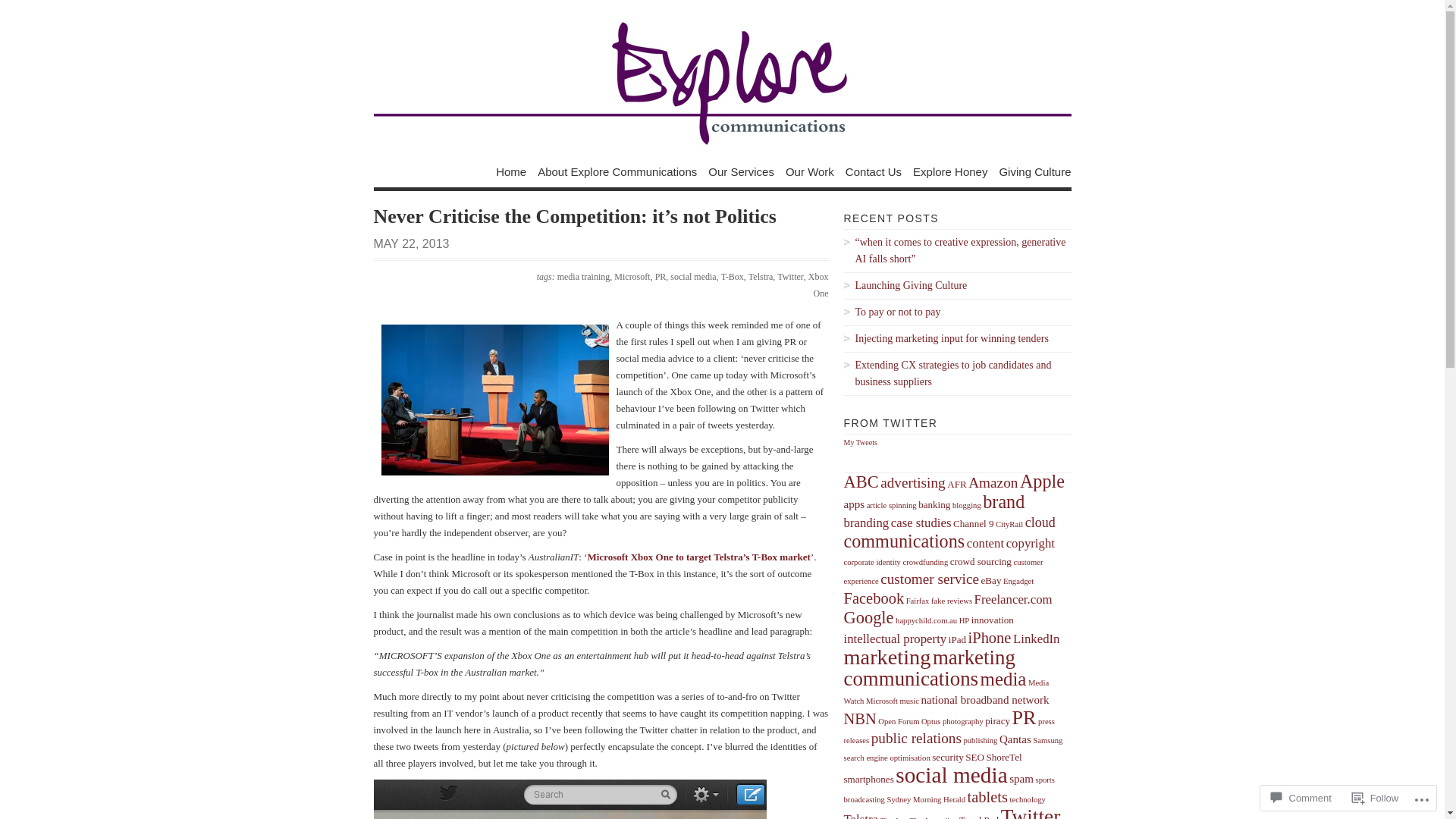  What do you see at coordinates (859, 442) in the screenshot?
I see `'My Tweets'` at bounding box center [859, 442].